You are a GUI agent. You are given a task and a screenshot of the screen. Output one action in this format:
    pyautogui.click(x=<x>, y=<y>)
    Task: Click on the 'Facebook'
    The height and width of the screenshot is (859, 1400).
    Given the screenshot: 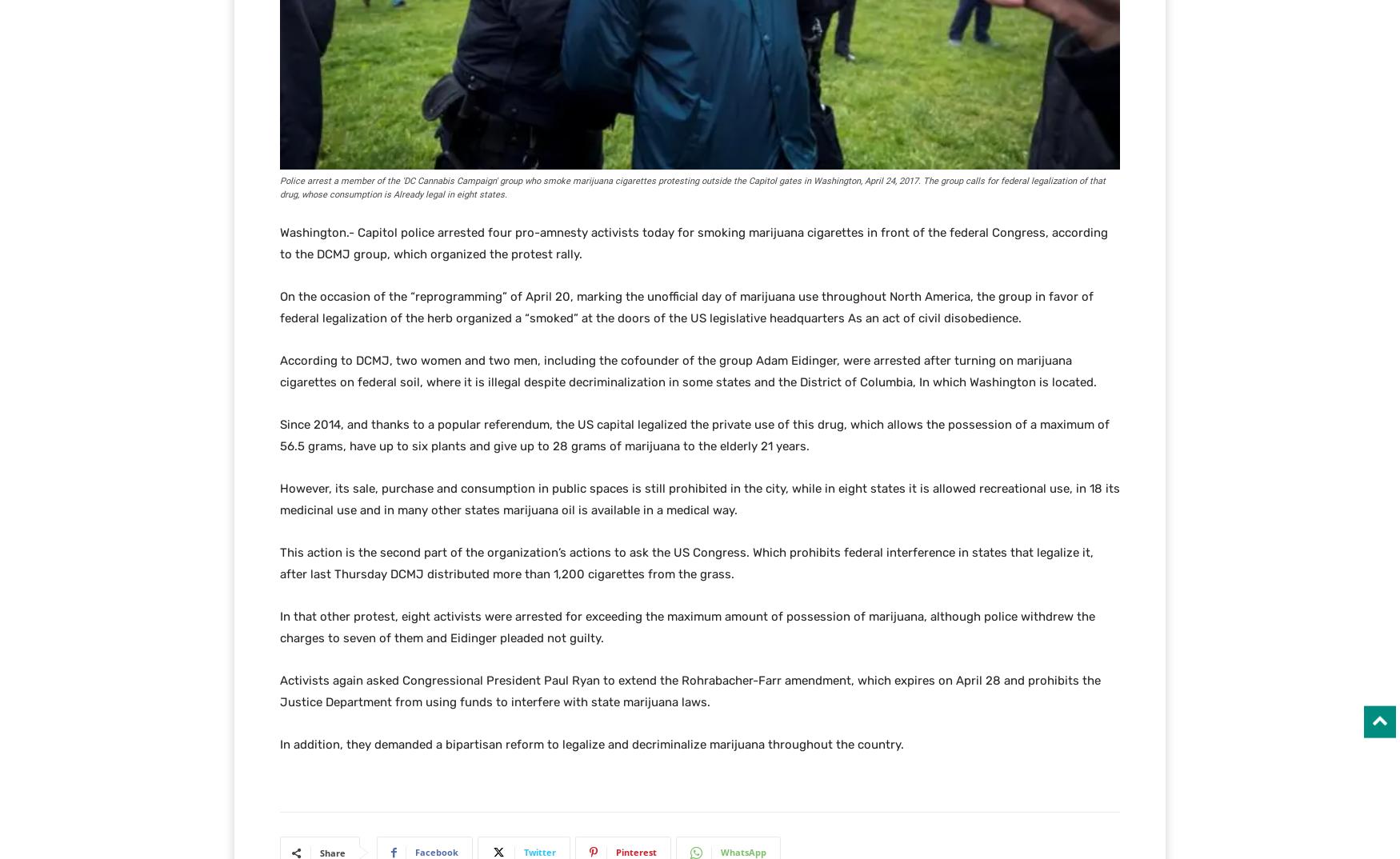 What is the action you would take?
    pyautogui.click(x=436, y=852)
    